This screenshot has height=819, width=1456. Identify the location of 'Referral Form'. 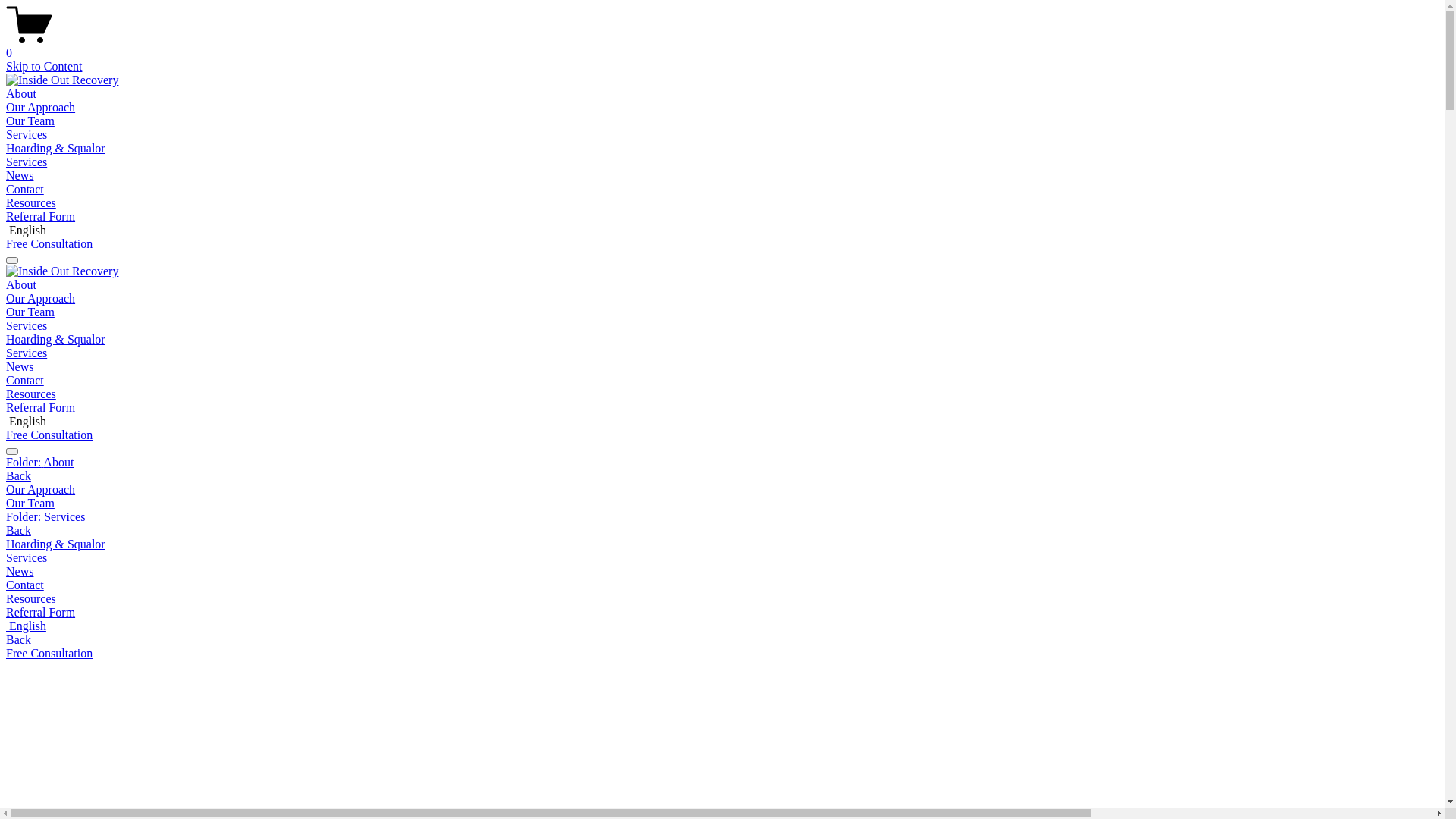
(40, 216).